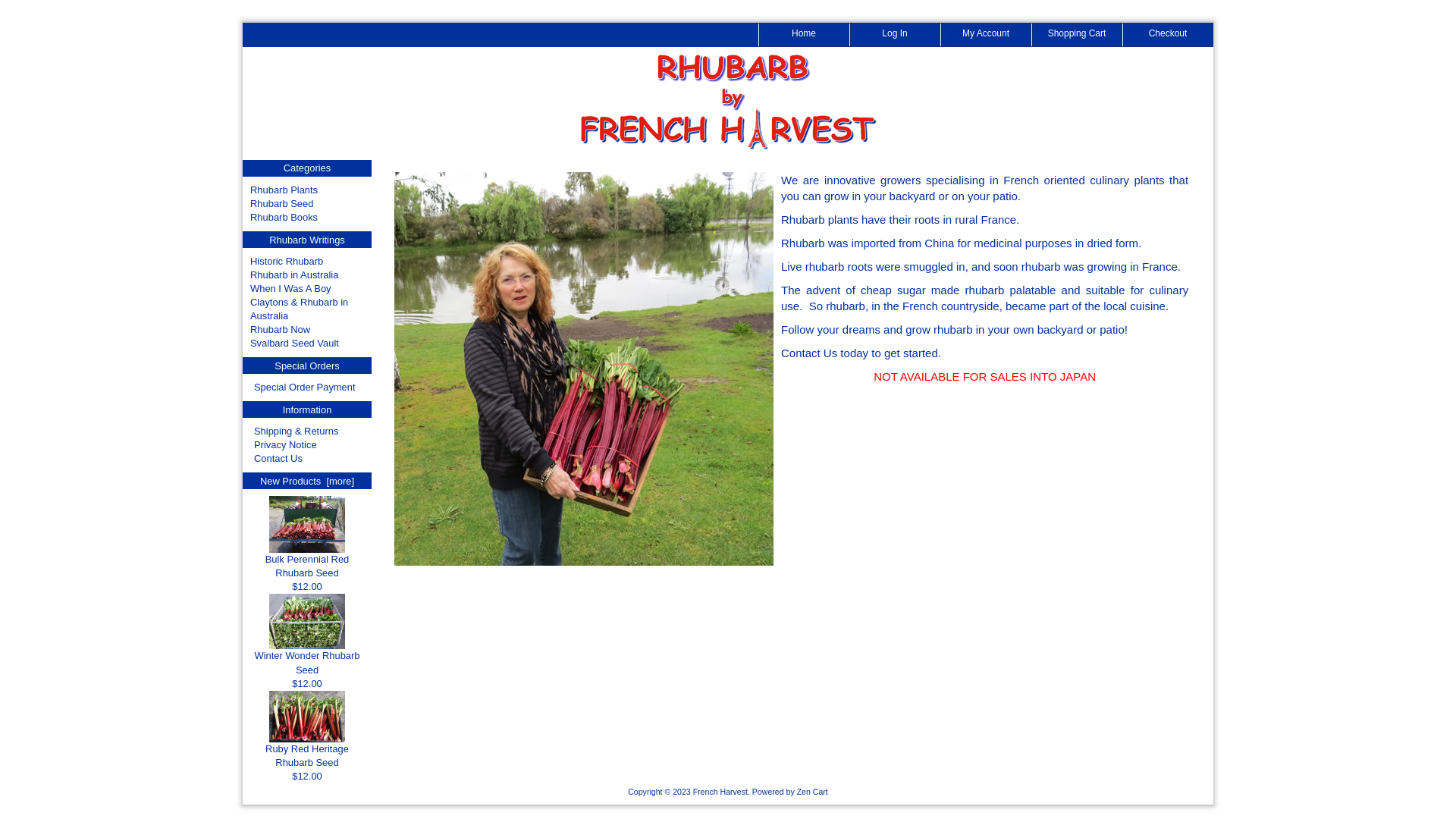 This screenshot has width=1456, height=819. Describe the element at coordinates (250, 217) in the screenshot. I see `'Rhubarb Books'` at that location.